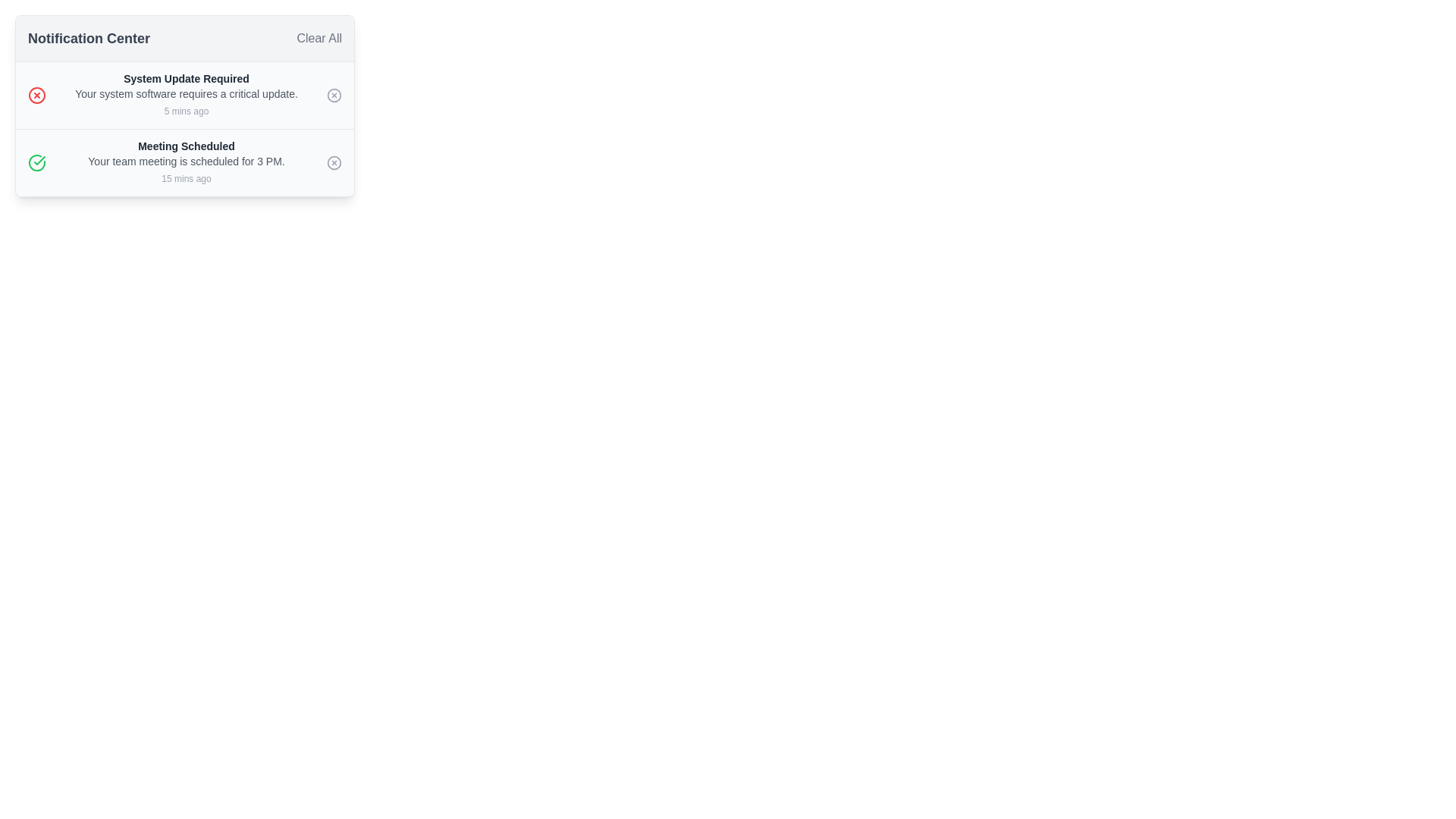 The width and height of the screenshot is (1456, 819). Describe the element at coordinates (185, 161) in the screenshot. I see `the static text element that provides additional information about the meeting schedule, located below the 'Meeting Scheduled' header` at that location.